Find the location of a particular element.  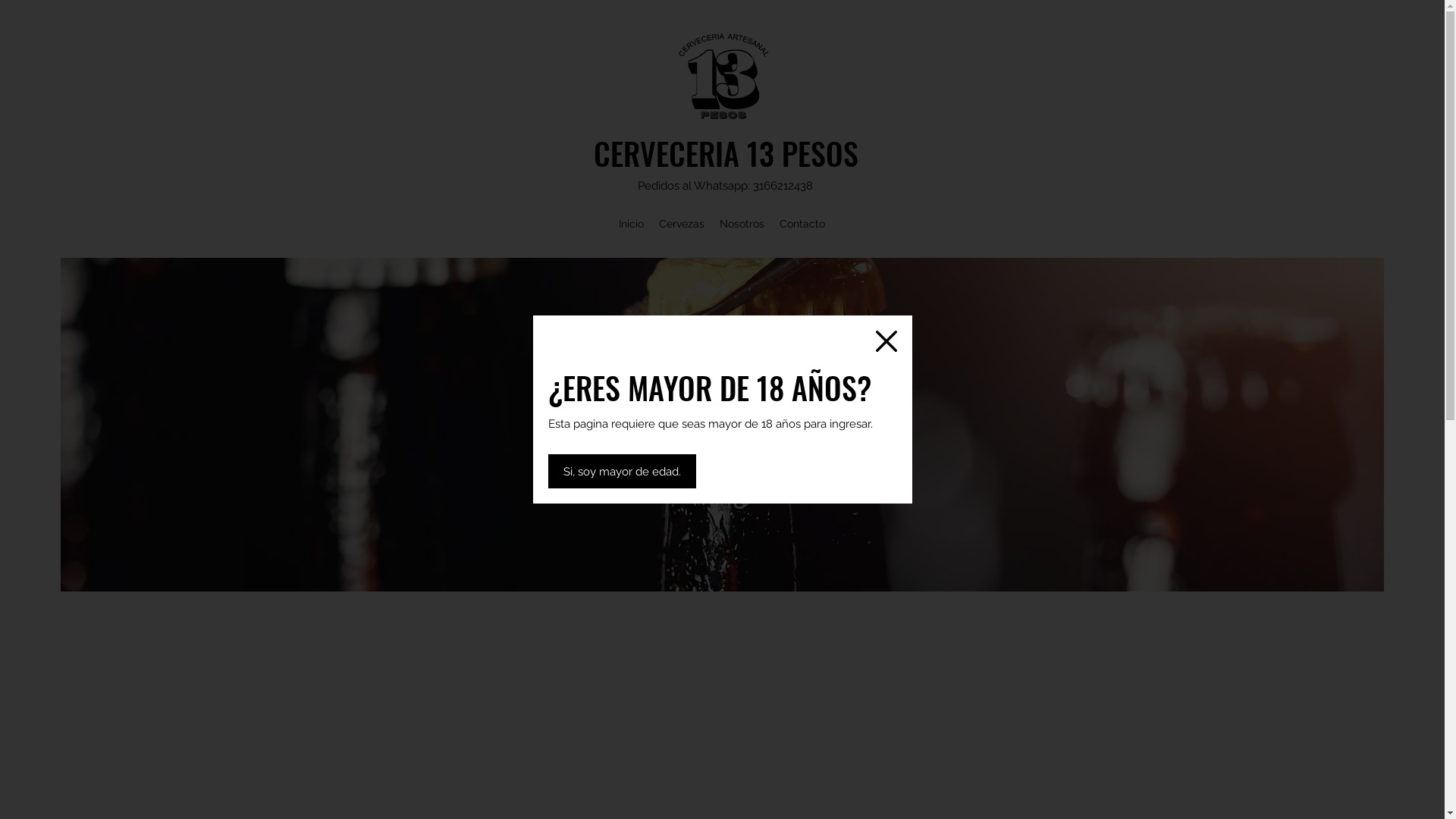

'Si, soy mayor de edad.' is located at coordinates (621, 470).